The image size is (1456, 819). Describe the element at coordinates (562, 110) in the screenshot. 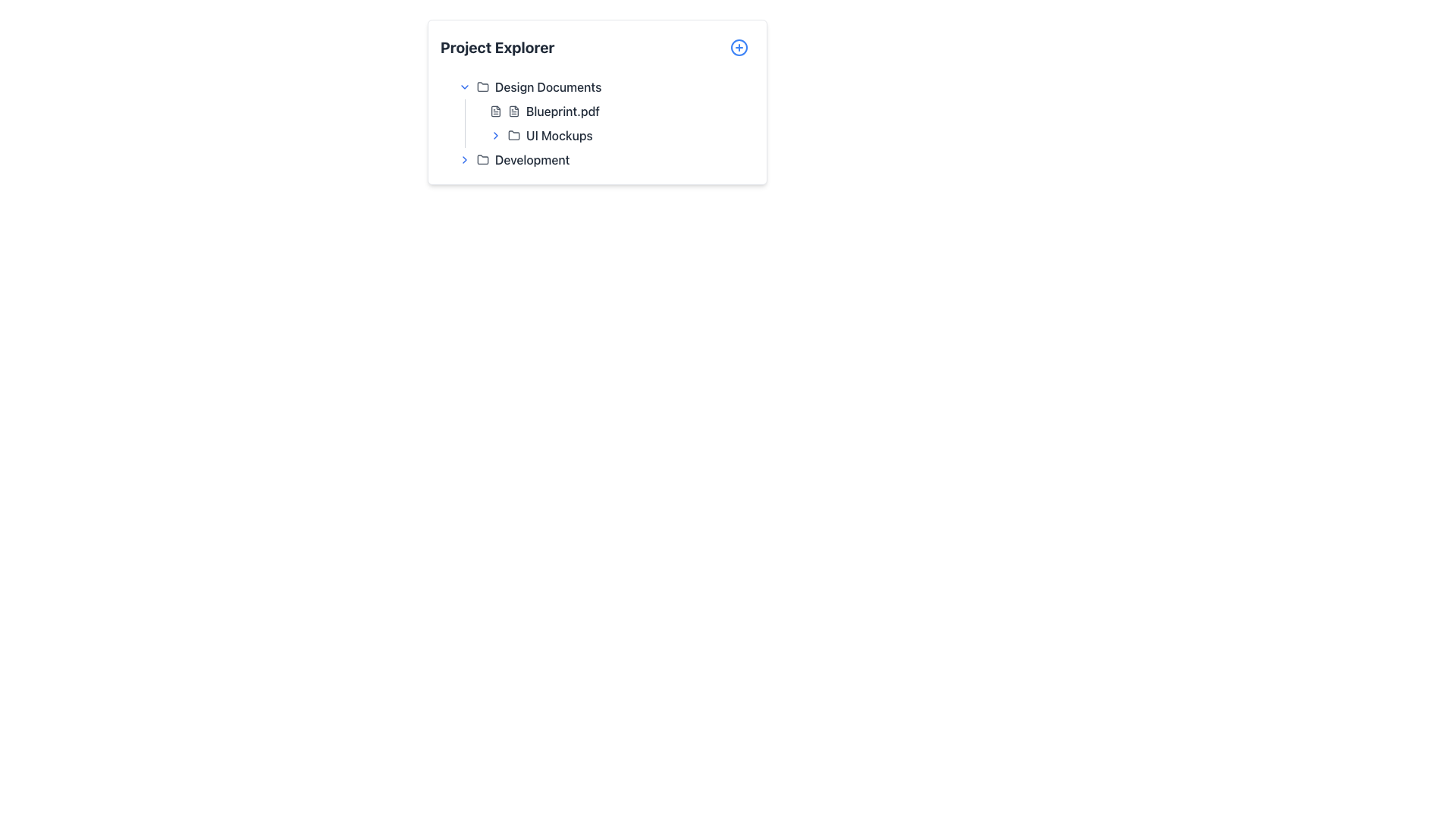

I see `the file label 'Blueprint.pdf' in the 'Design Documents' folder` at that location.